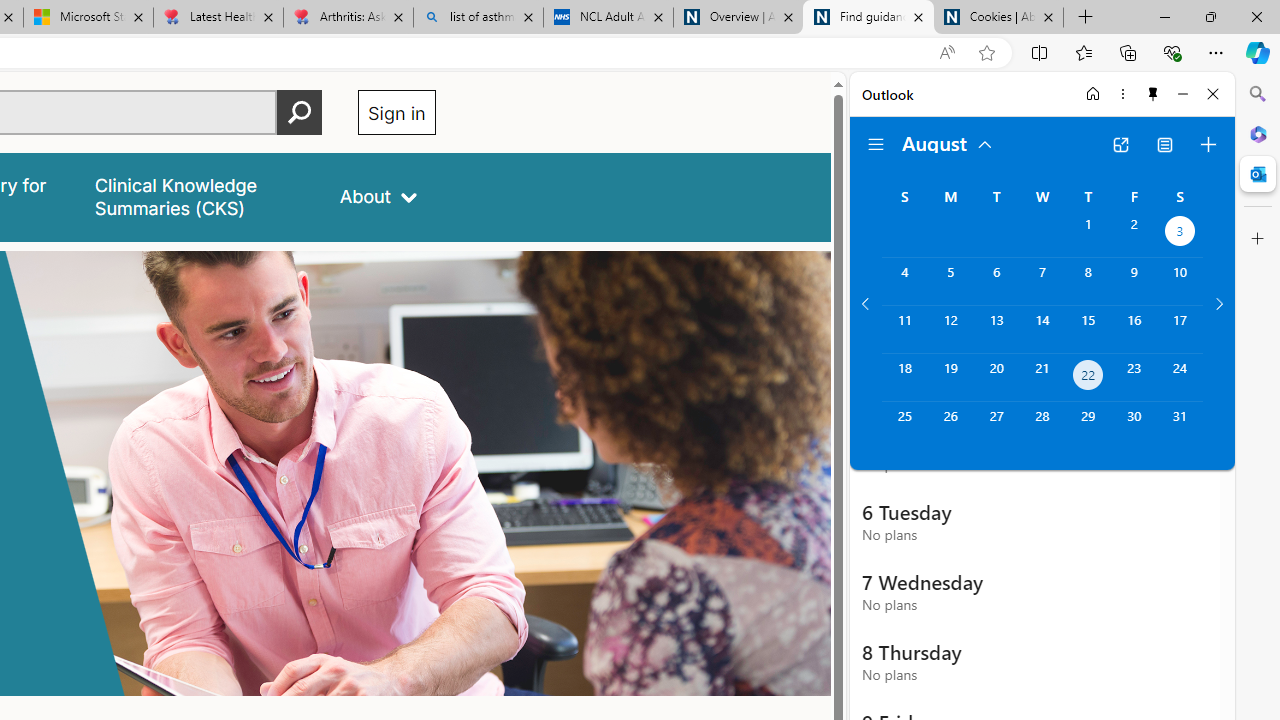  Describe the element at coordinates (949, 377) in the screenshot. I see `'Monday, August 19, 2024. '` at that location.